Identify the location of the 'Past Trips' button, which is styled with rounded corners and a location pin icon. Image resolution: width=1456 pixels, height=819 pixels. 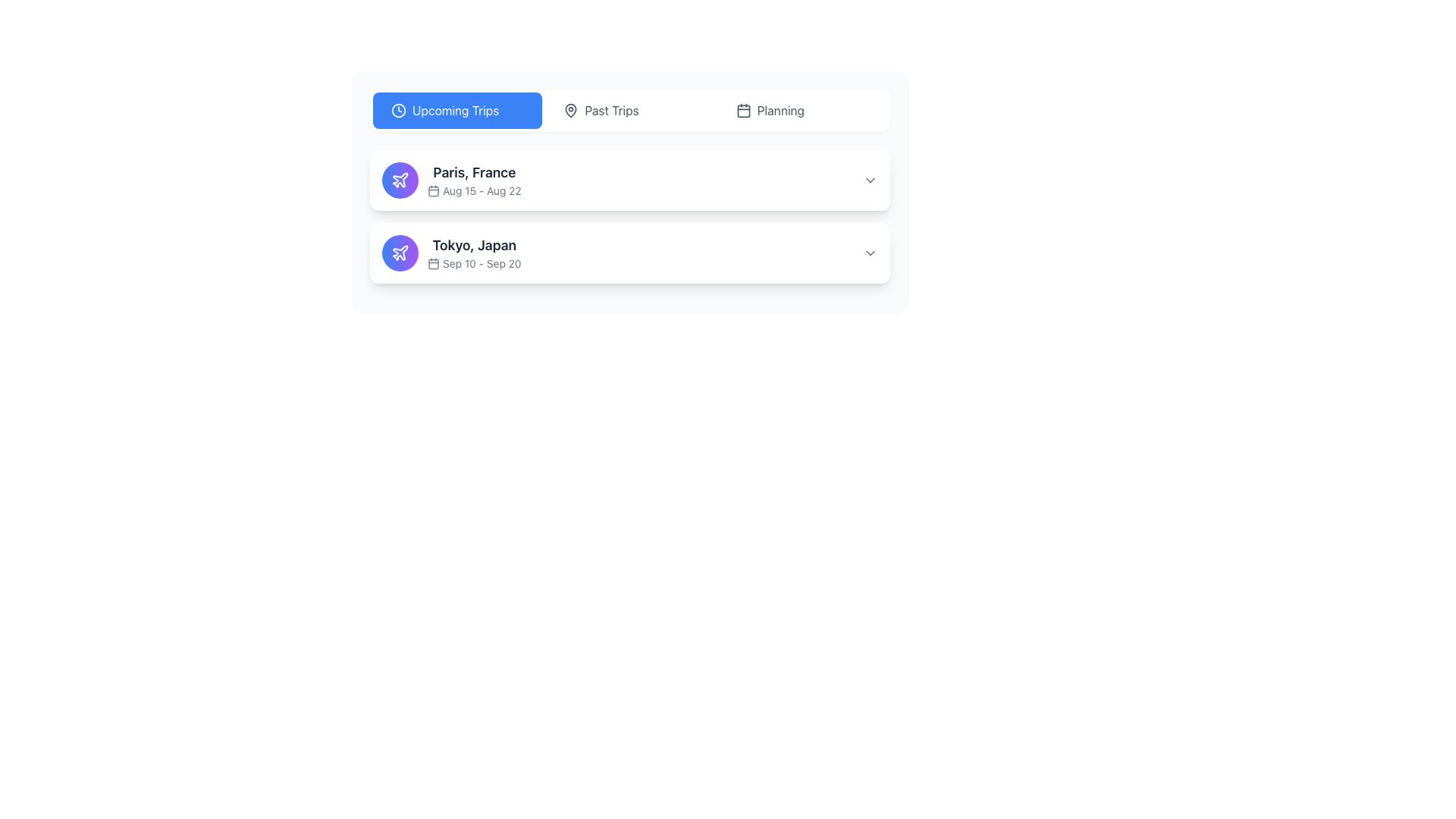
(629, 110).